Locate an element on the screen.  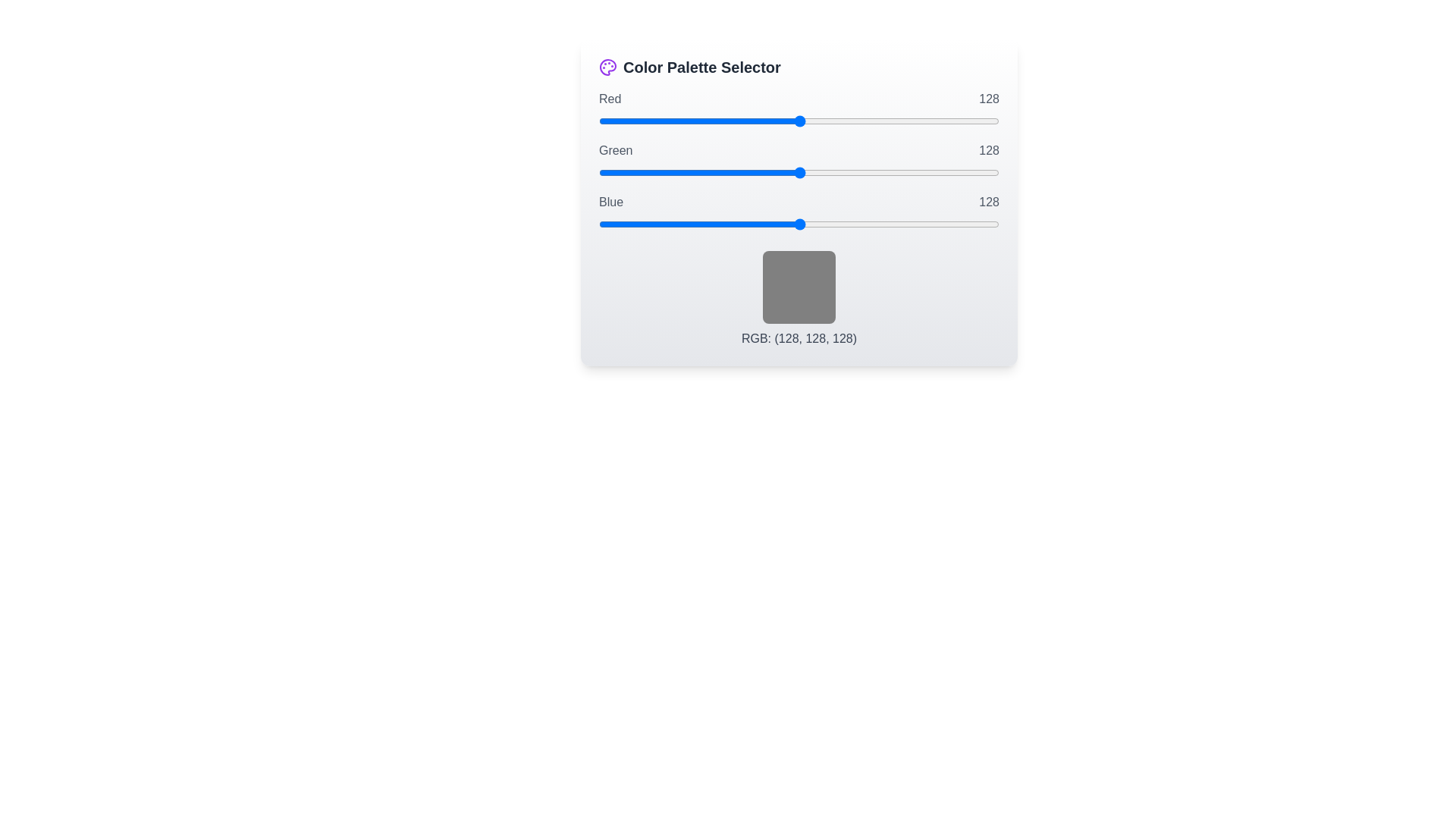
the 1 slider to 19 to observe the color preview box update is located at coordinates (799, 171).